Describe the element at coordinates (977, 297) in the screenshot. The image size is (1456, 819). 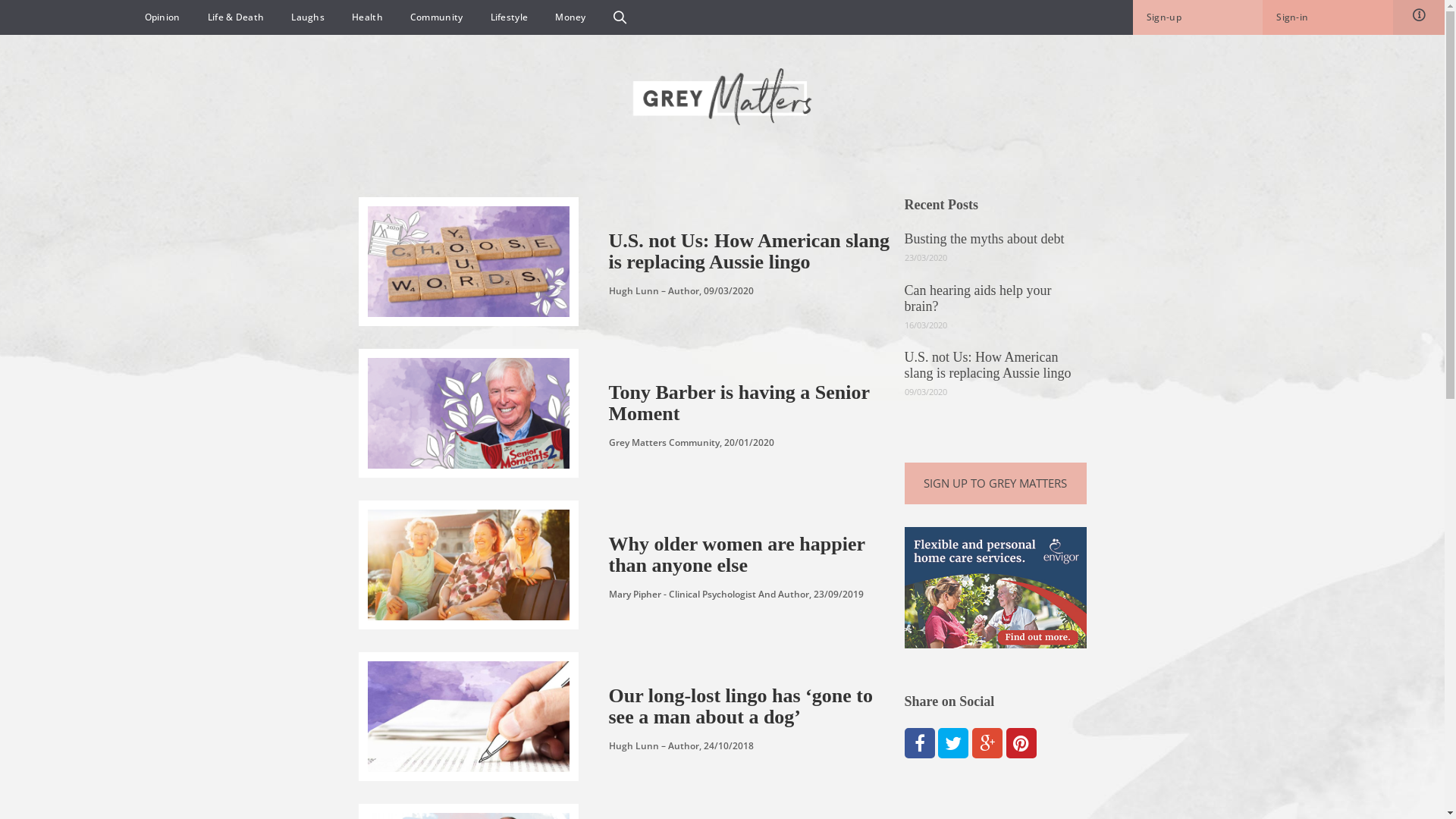
I see `'Can hearing aids help your brain?'` at that location.